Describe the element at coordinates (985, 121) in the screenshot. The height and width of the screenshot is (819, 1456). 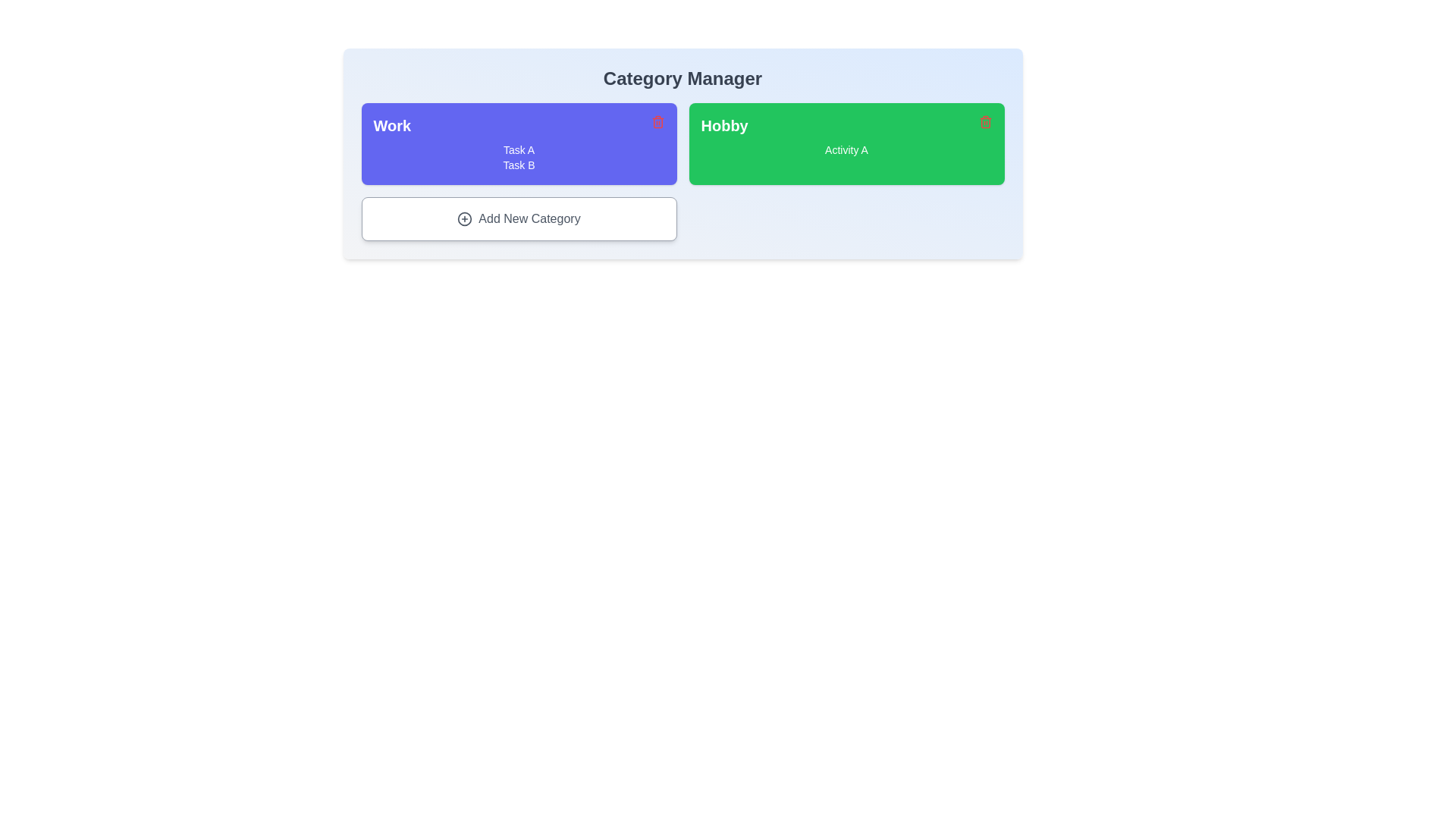
I see `trash icon on the category card titled 'Hobby' to remove it` at that location.